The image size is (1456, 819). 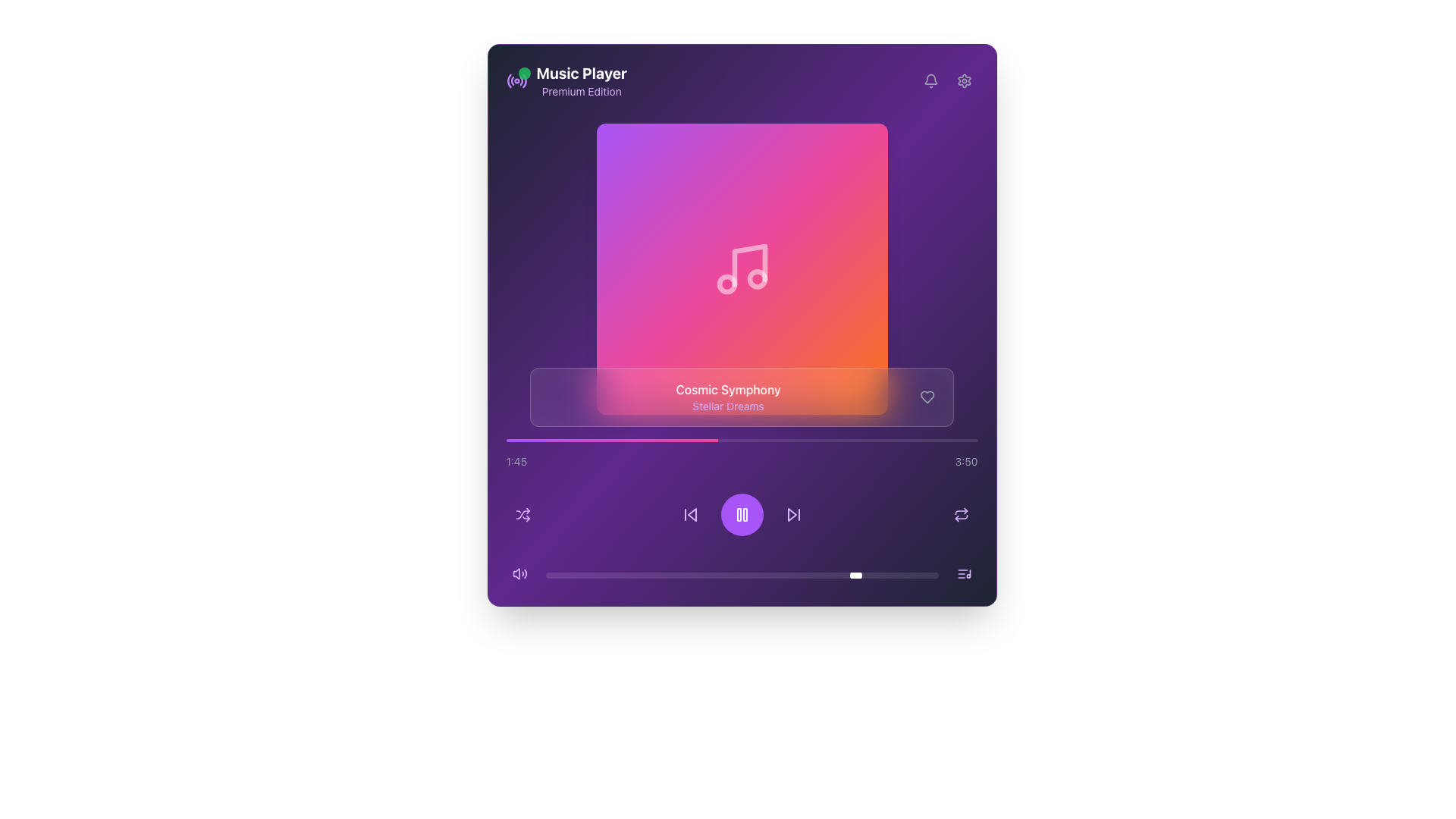 What do you see at coordinates (728, 406) in the screenshot?
I see `the Text label that serves as a subtitle or description for the current media, positioned below the 'Cosmic Symphony' text in the music player interface` at bounding box center [728, 406].